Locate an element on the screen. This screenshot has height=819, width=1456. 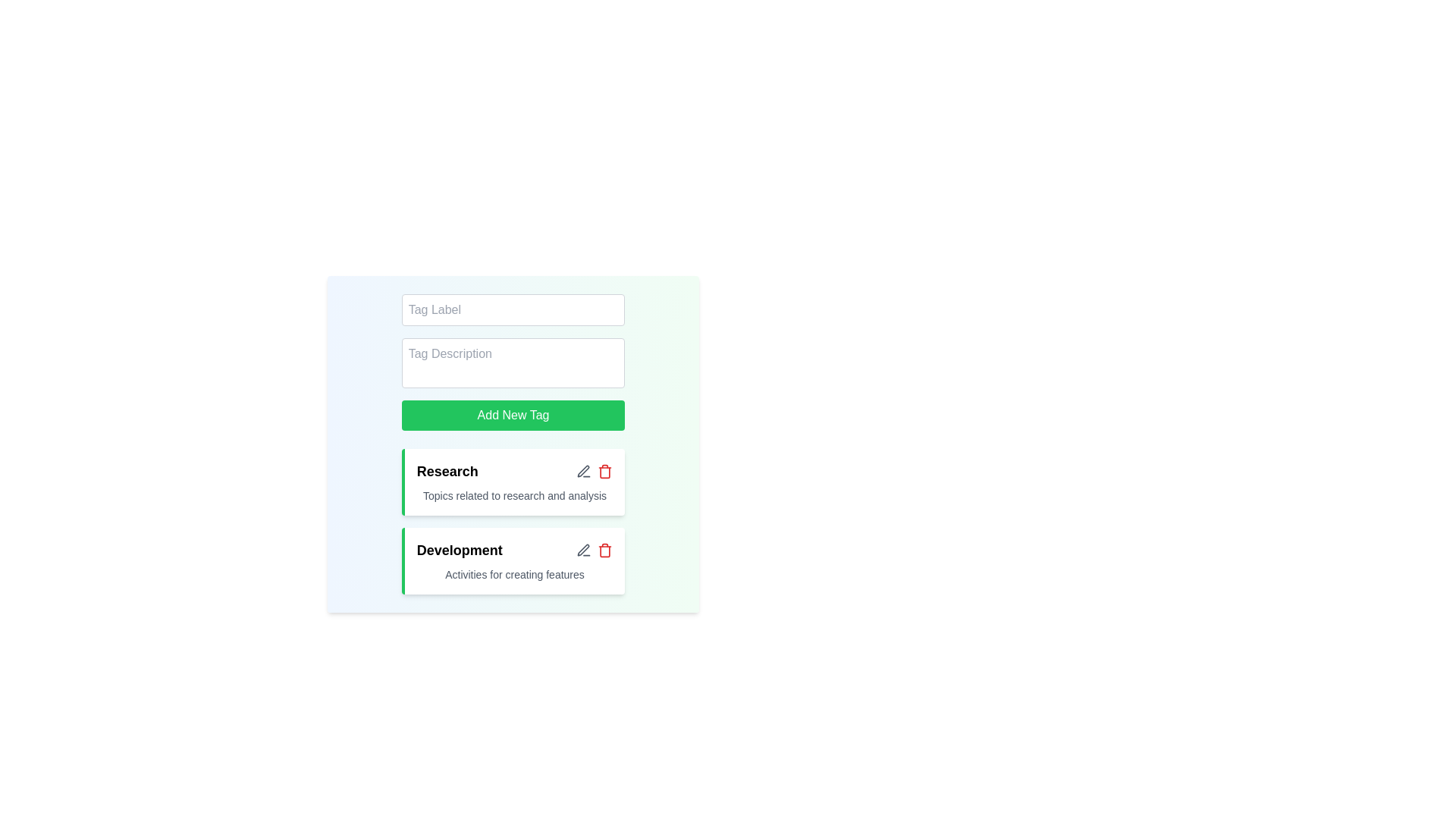
the drawing symbol icon resembling a slanted pencil, which is located on the right side of the 'Development' row, next to a red trash-can symbol is located at coordinates (582, 470).